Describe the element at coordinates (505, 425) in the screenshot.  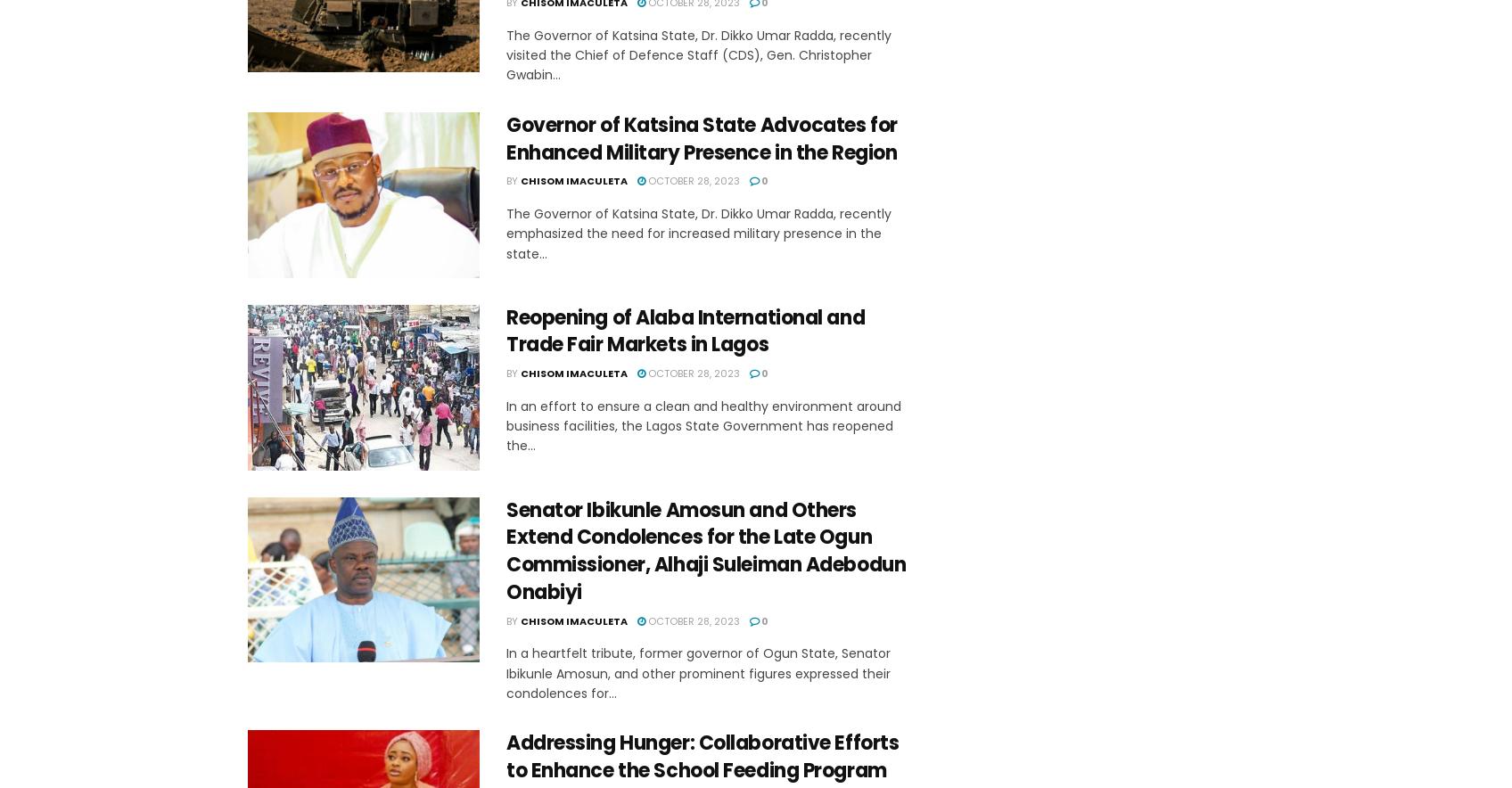
I see `'In an effort to ensure a clean and healthy environment around business facilities, the Lagos State Government has reopened the...'` at that location.